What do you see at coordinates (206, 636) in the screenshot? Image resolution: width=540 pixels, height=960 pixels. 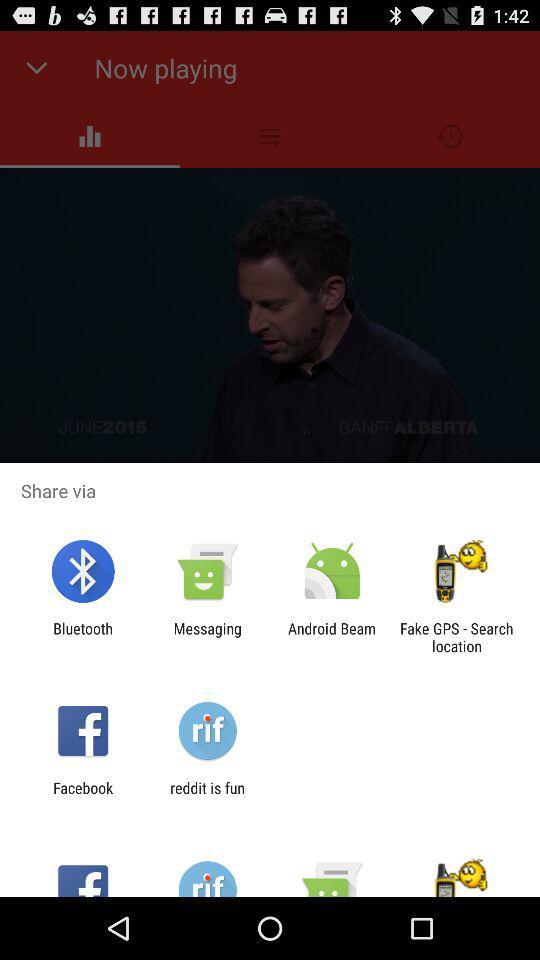 I see `the app to the left of android beam app` at bounding box center [206, 636].